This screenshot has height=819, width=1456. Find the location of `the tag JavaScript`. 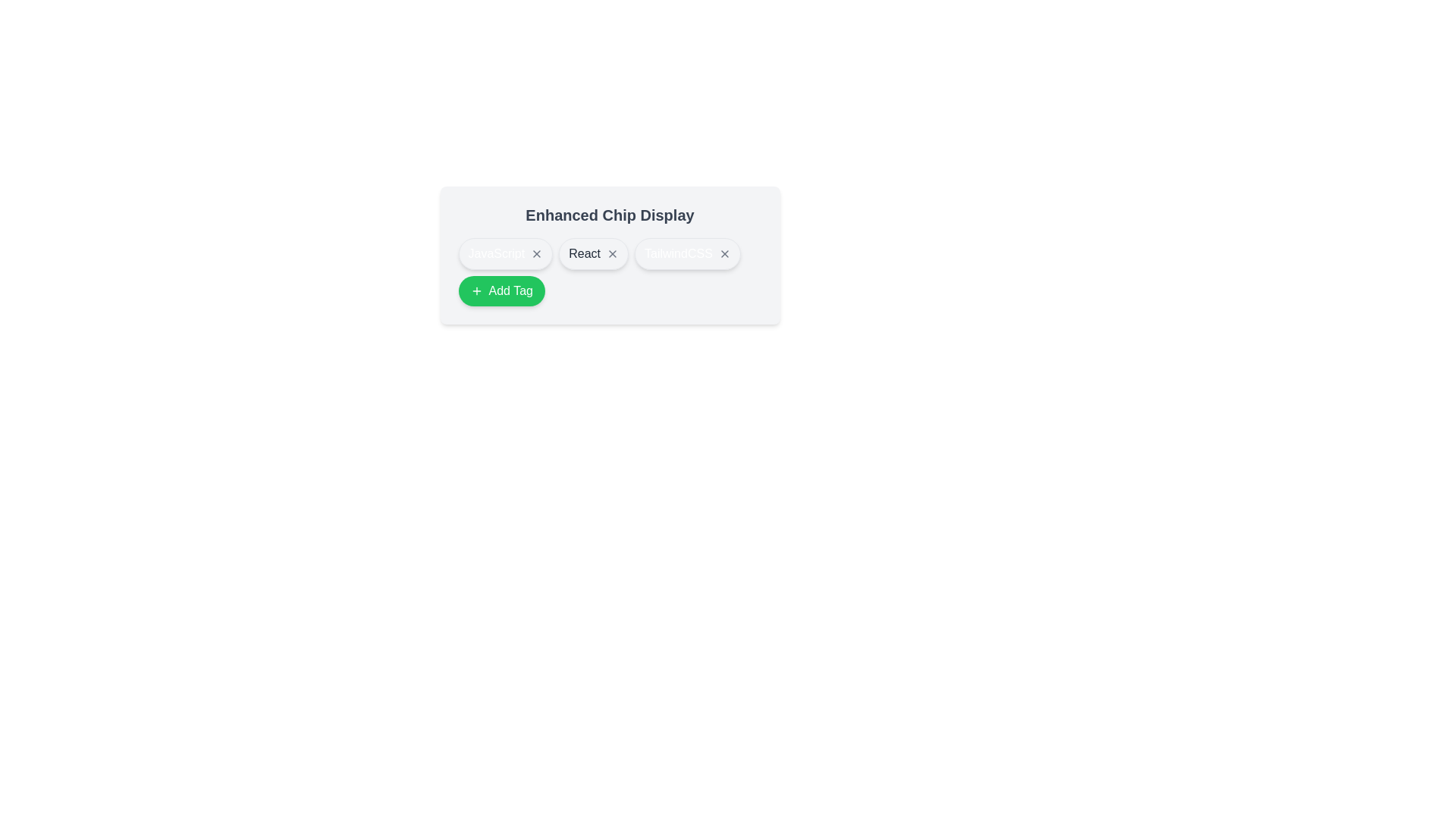

the tag JavaScript is located at coordinates (505, 253).